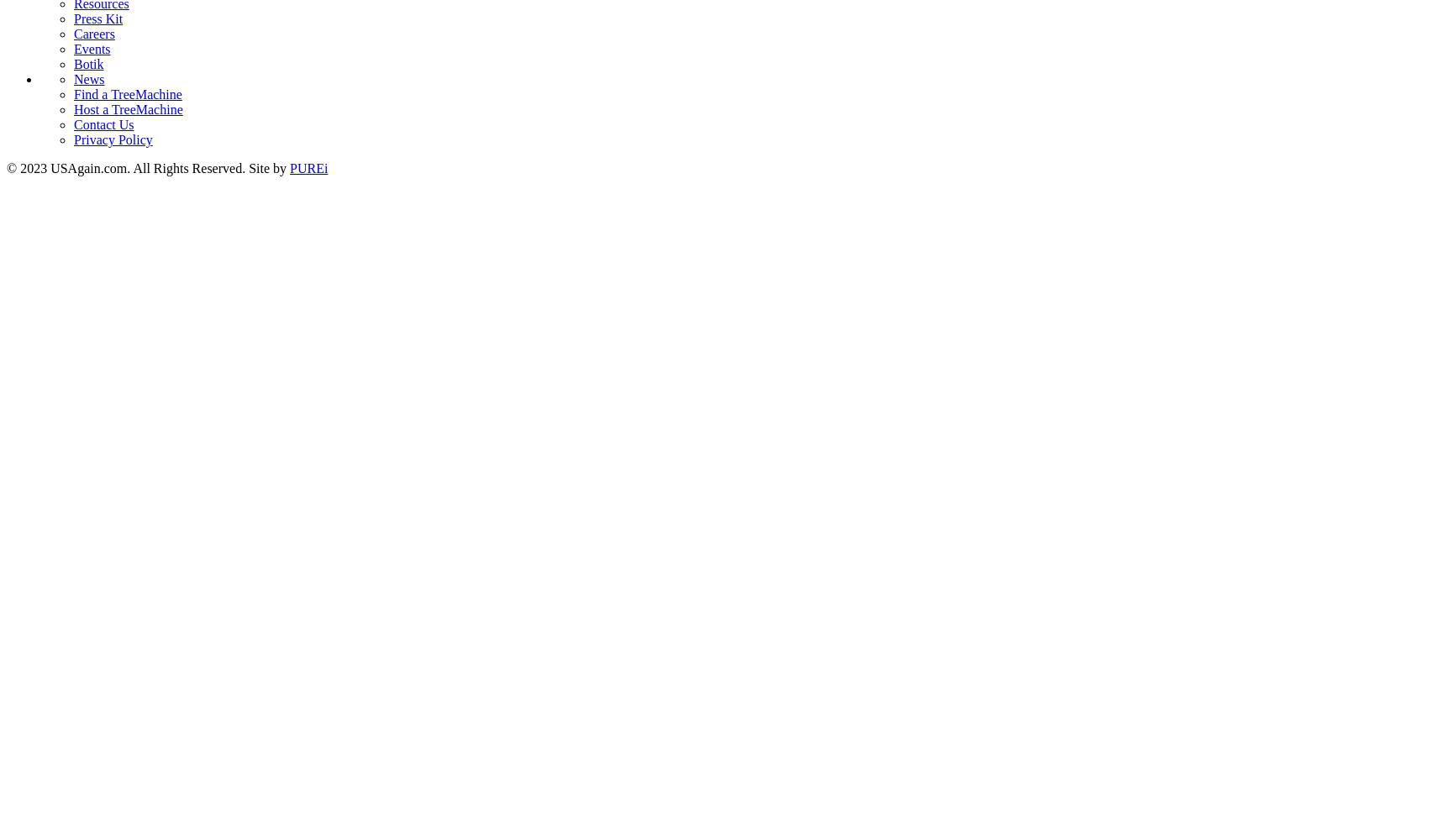  What do you see at coordinates (6, 166) in the screenshot?
I see `'© 2023 USAgain.com. All Rights Reserved. Site by'` at bounding box center [6, 166].